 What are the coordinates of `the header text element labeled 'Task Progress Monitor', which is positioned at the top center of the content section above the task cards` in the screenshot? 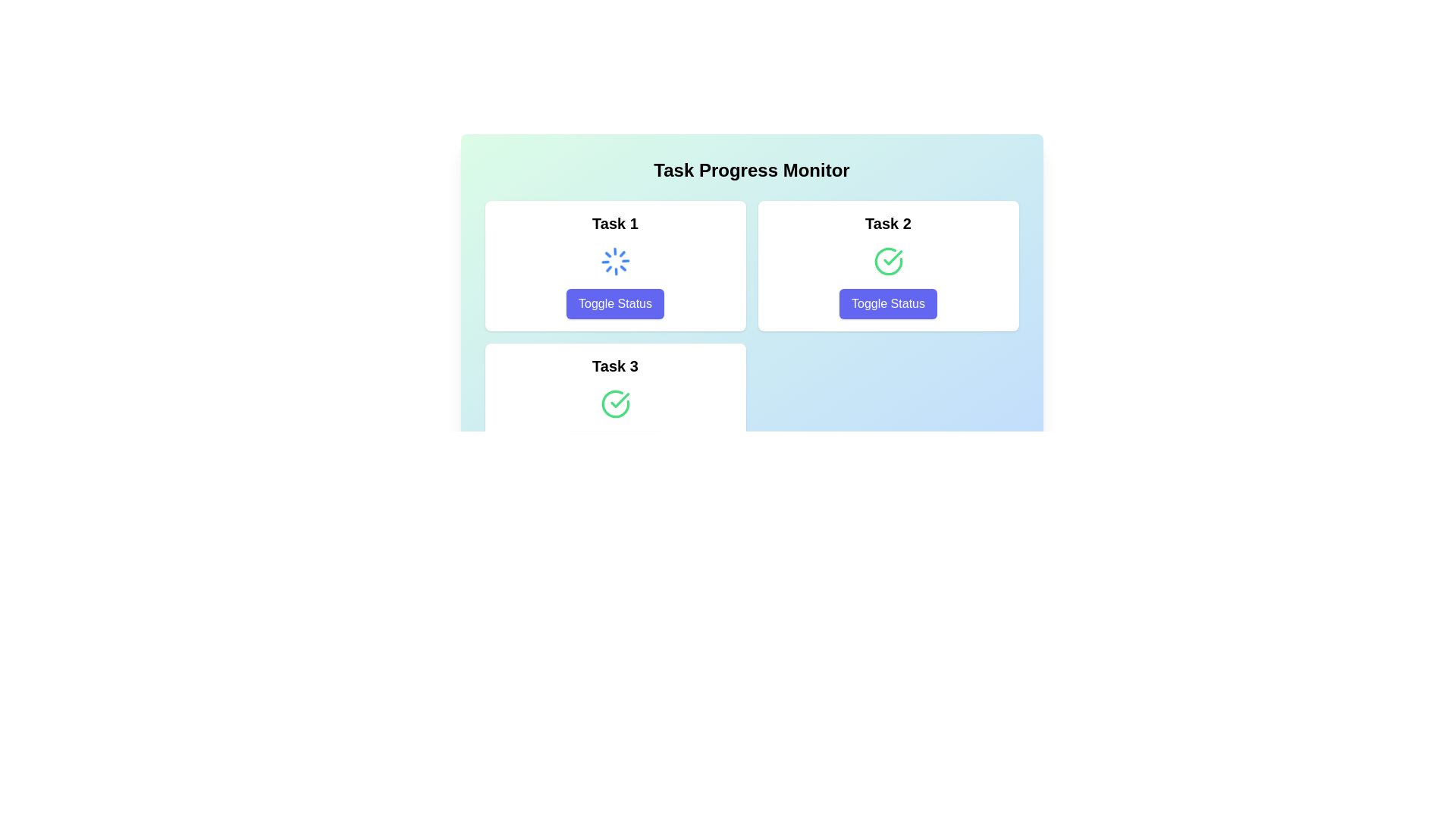 It's located at (752, 170).